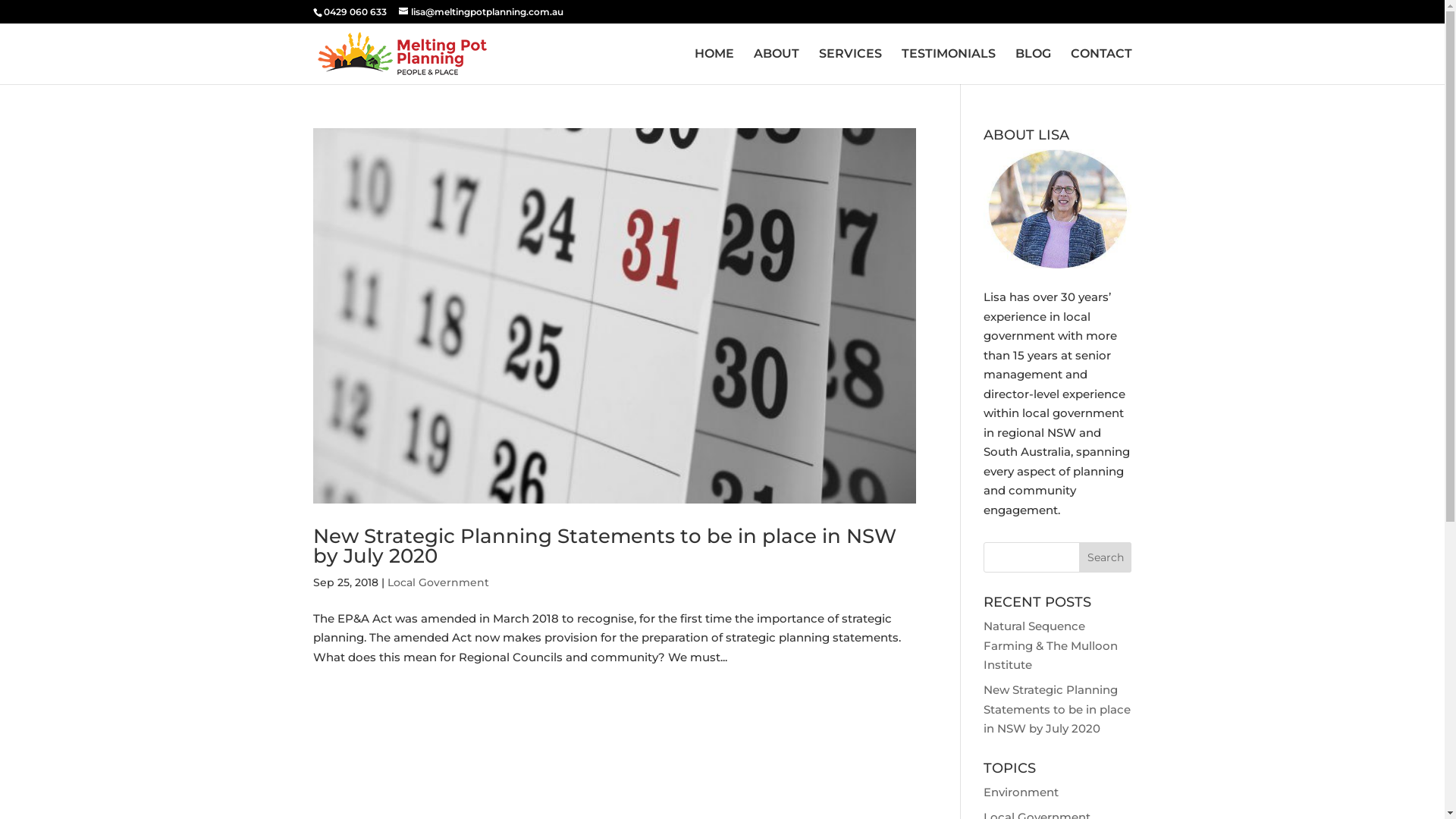  What do you see at coordinates (850, 65) in the screenshot?
I see `'SERVICES'` at bounding box center [850, 65].